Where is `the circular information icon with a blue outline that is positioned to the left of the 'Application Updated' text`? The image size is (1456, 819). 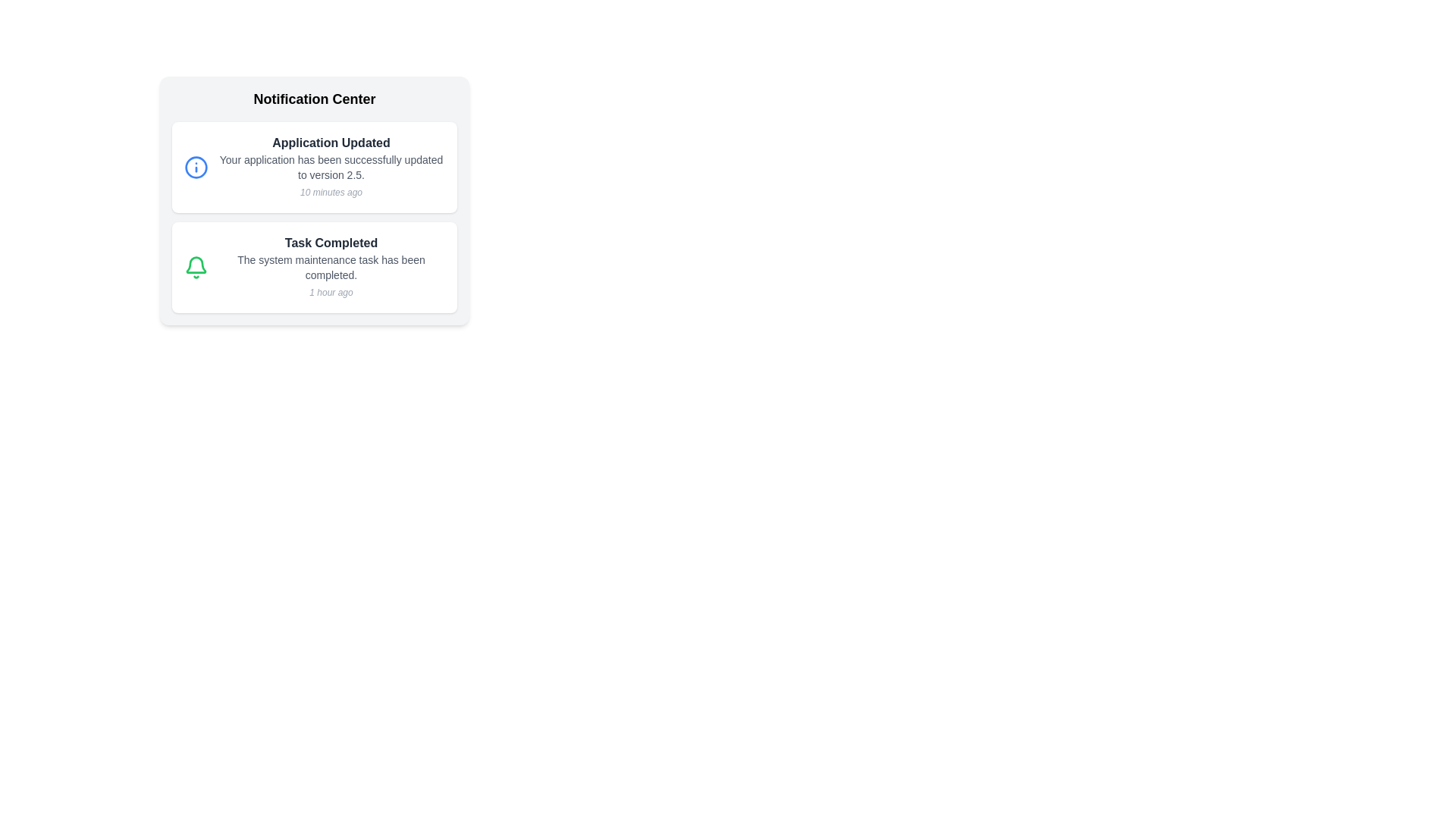 the circular information icon with a blue outline that is positioned to the left of the 'Application Updated' text is located at coordinates (196, 167).